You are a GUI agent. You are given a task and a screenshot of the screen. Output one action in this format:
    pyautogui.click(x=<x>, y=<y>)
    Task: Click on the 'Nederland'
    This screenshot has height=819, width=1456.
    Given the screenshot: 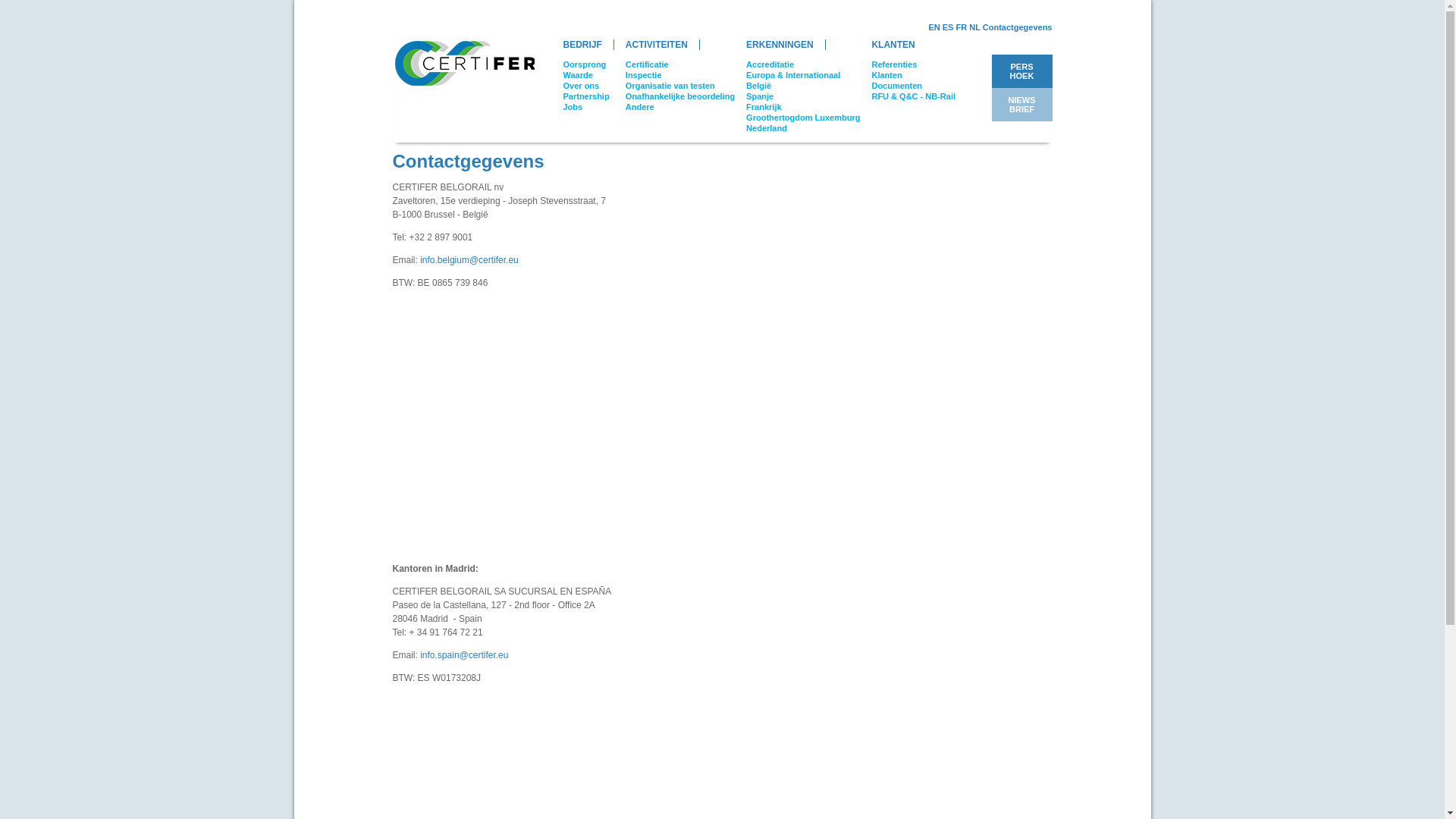 What is the action you would take?
    pyautogui.click(x=767, y=127)
    